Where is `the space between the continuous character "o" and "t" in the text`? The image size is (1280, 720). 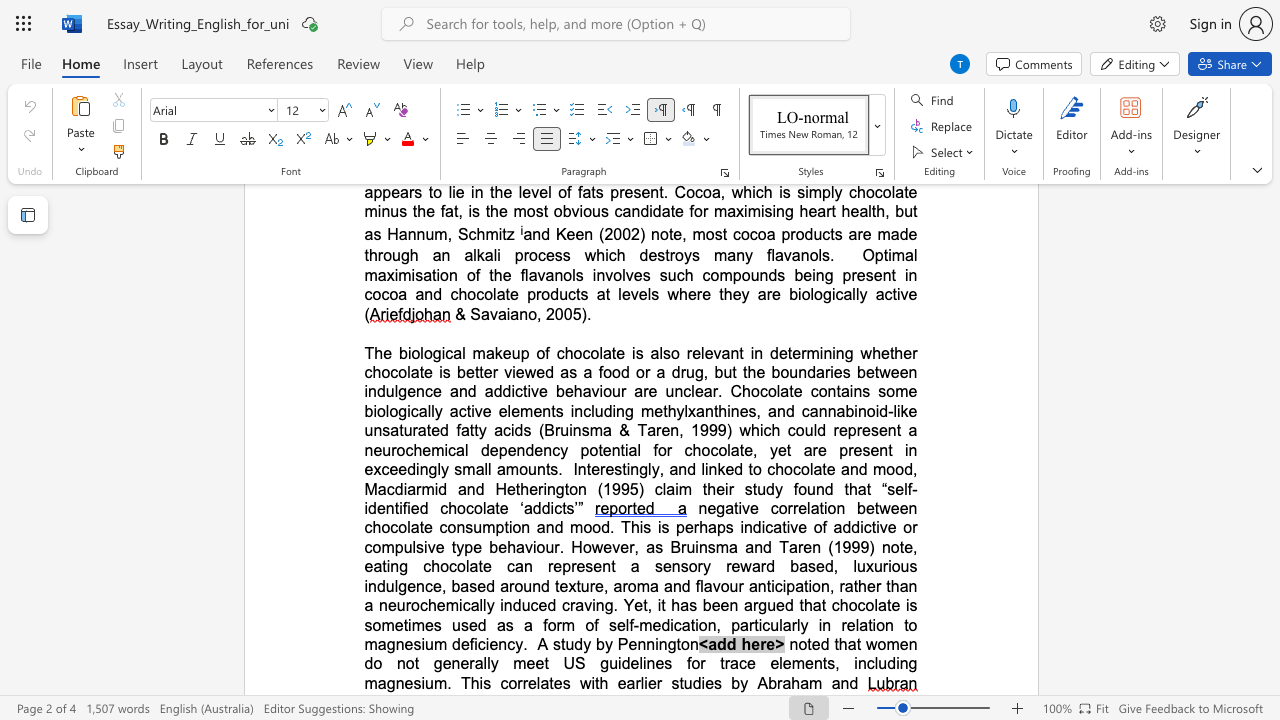 the space between the continuous character "o" and "t" in the text is located at coordinates (667, 233).